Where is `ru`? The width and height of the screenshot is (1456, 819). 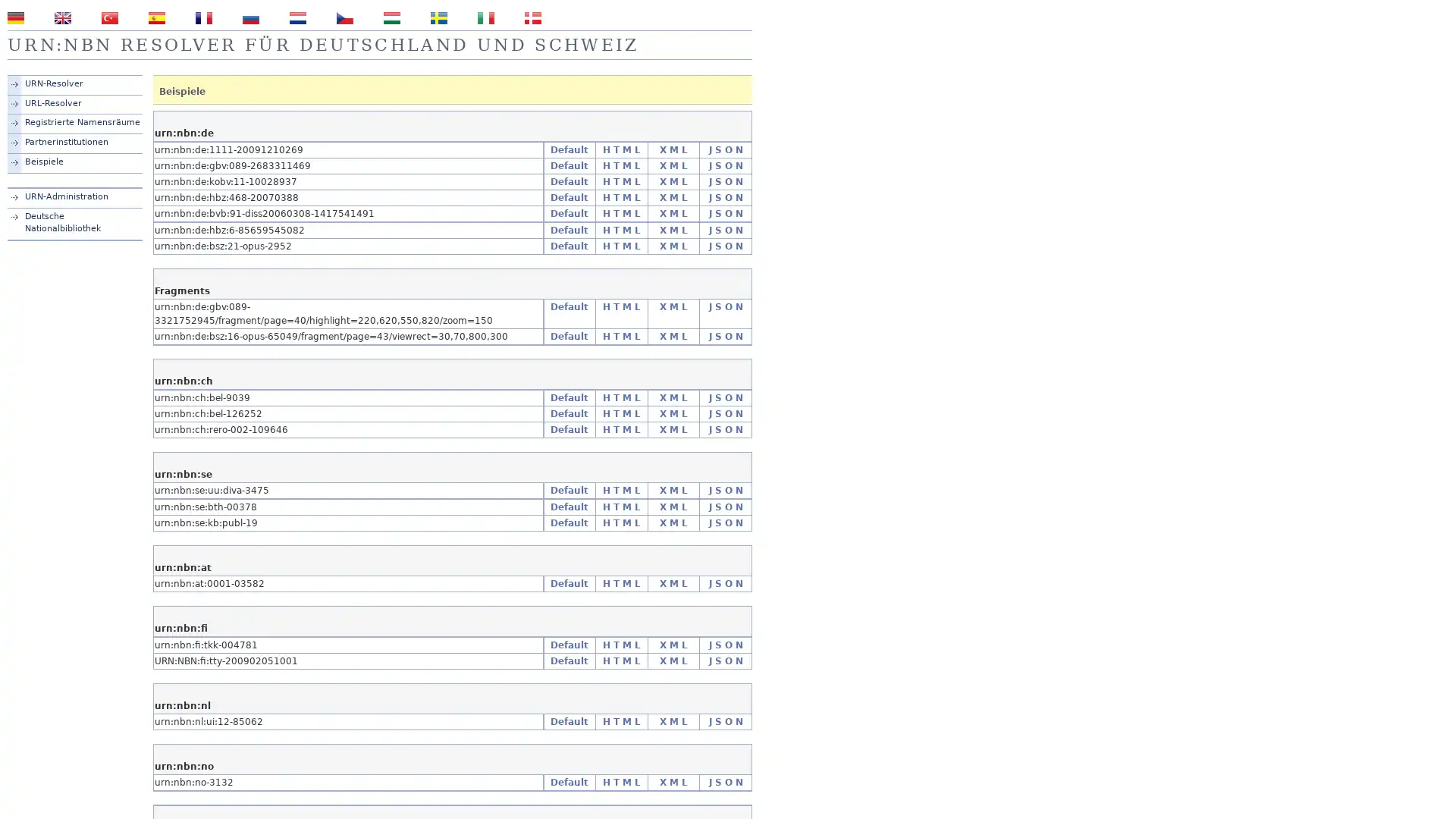 ru is located at coordinates (251, 17).